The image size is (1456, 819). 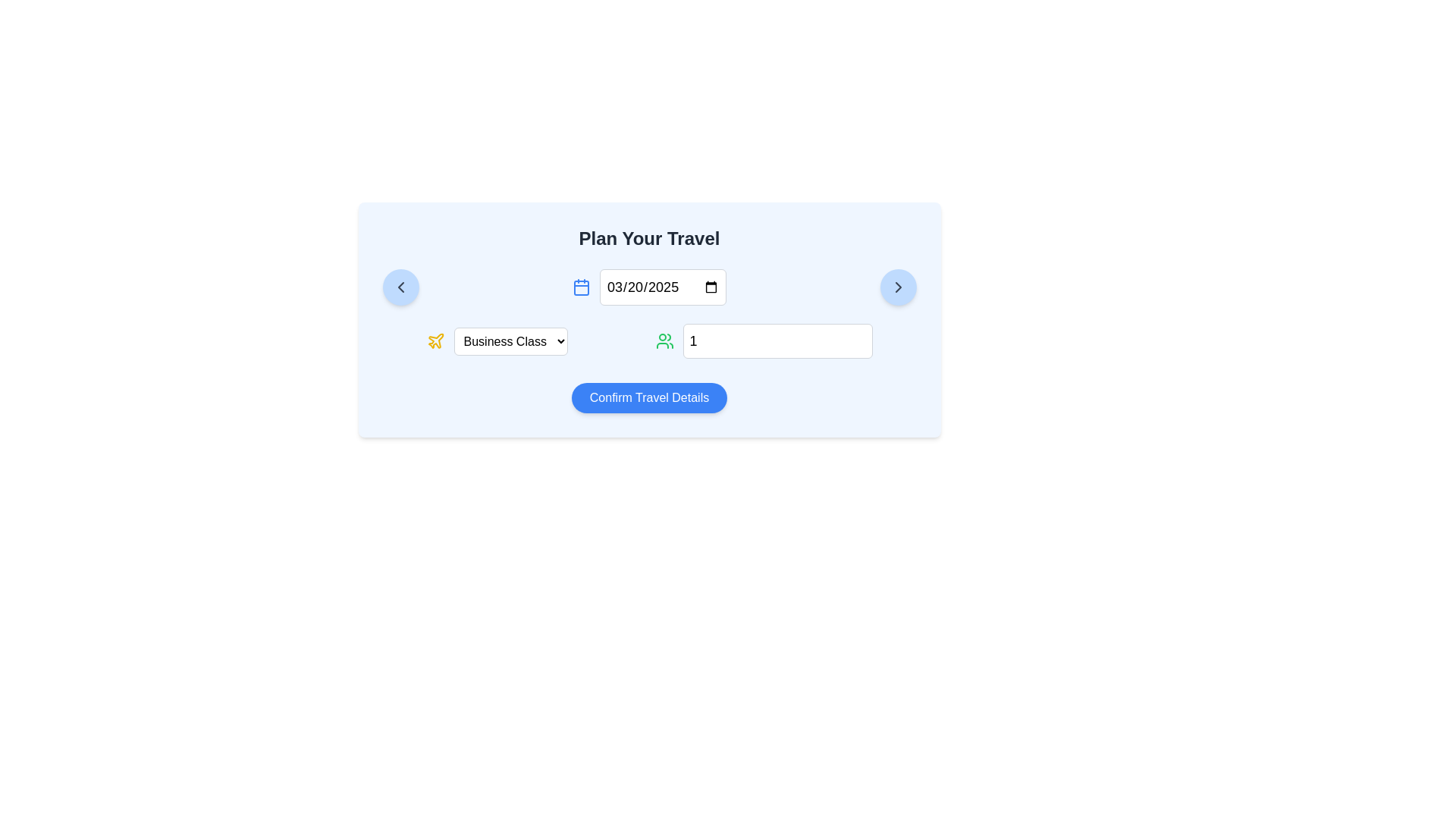 What do you see at coordinates (649, 287) in the screenshot?
I see `the Date Input element` at bounding box center [649, 287].